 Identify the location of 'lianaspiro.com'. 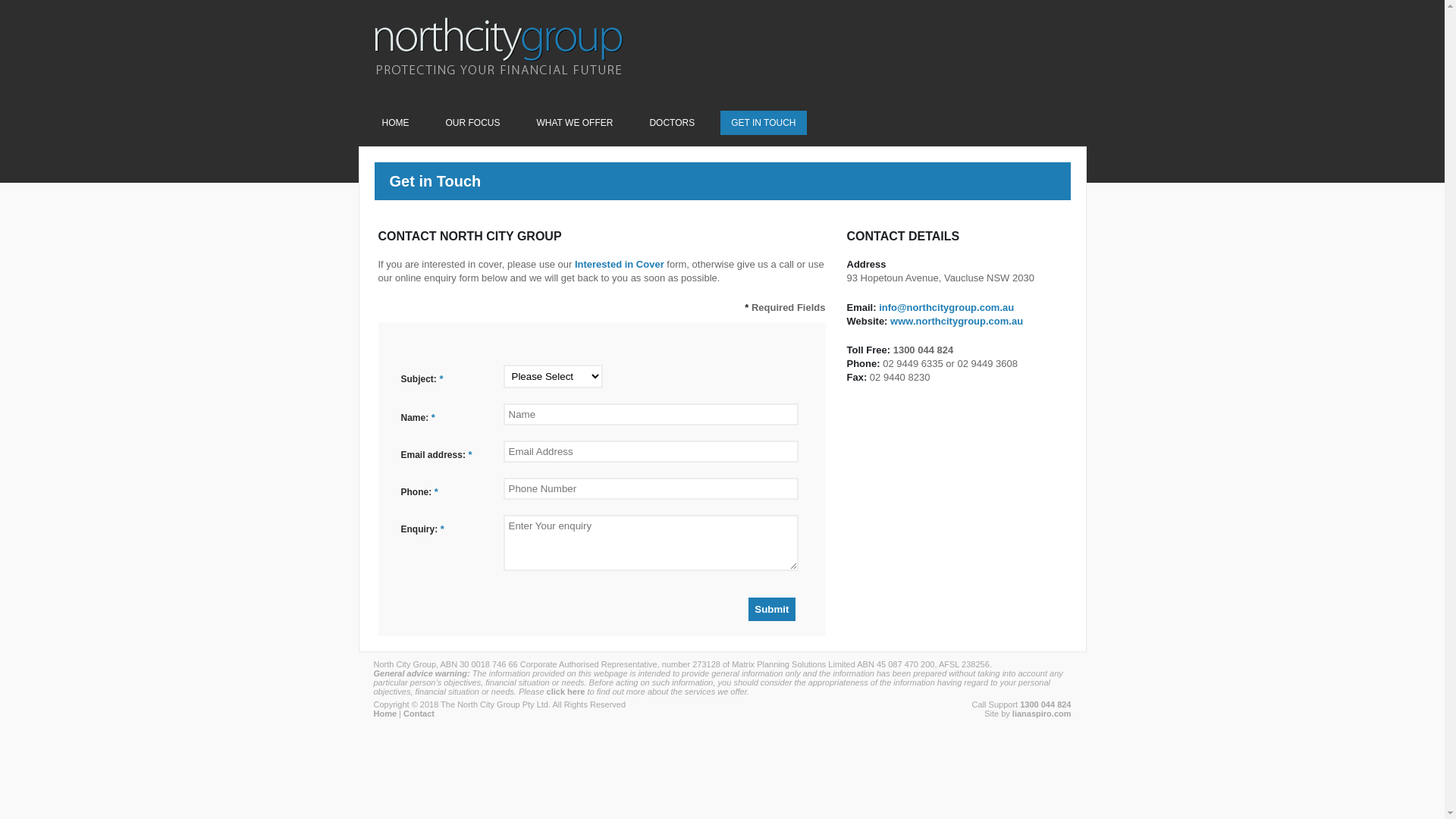
(1040, 714).